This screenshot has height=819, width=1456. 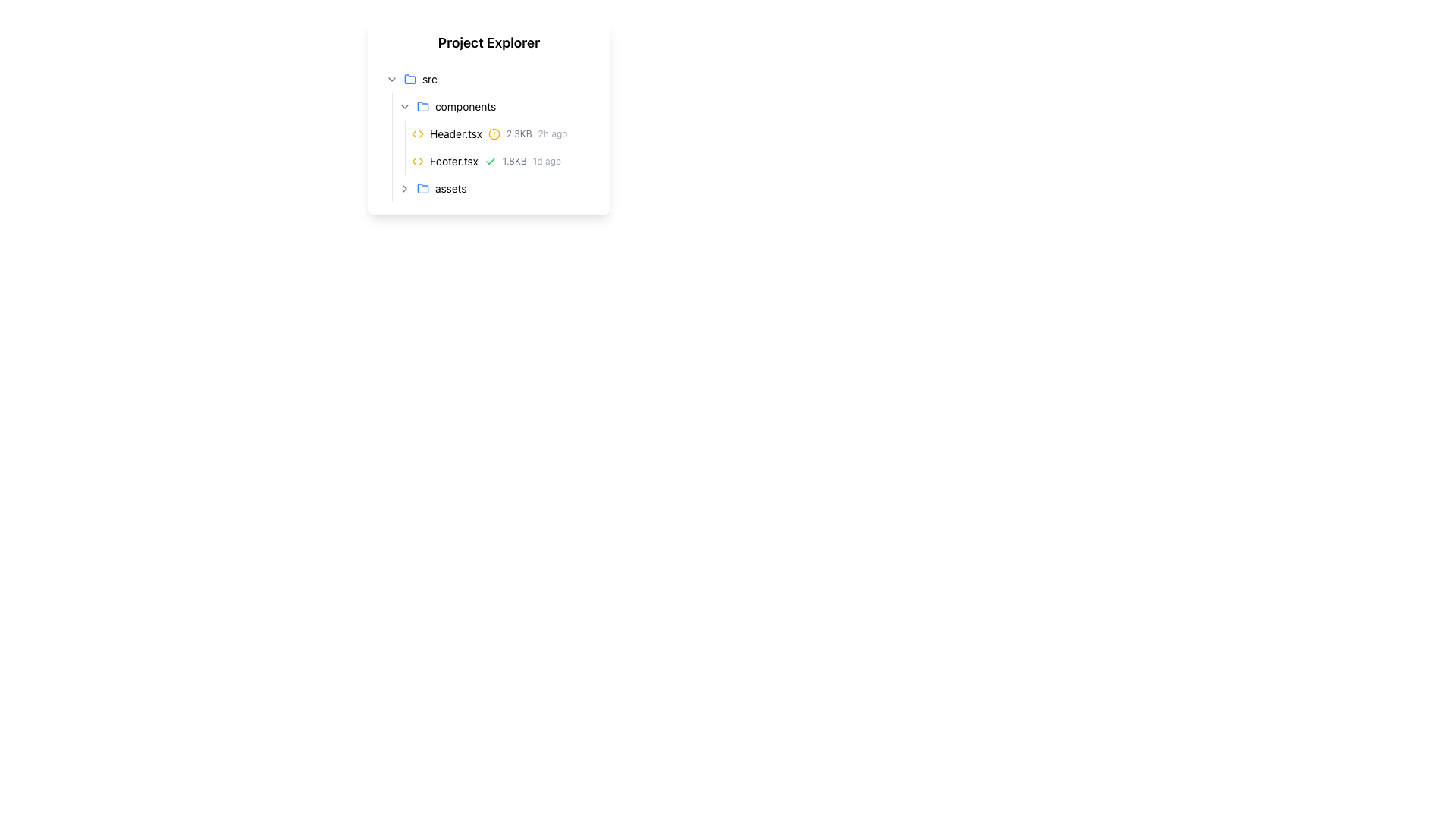 I want to click on the individual file or folder names in the vertical list of the file explorer interface, specifically located under the 'Project Explorer' section, so click(x=488, y=133).